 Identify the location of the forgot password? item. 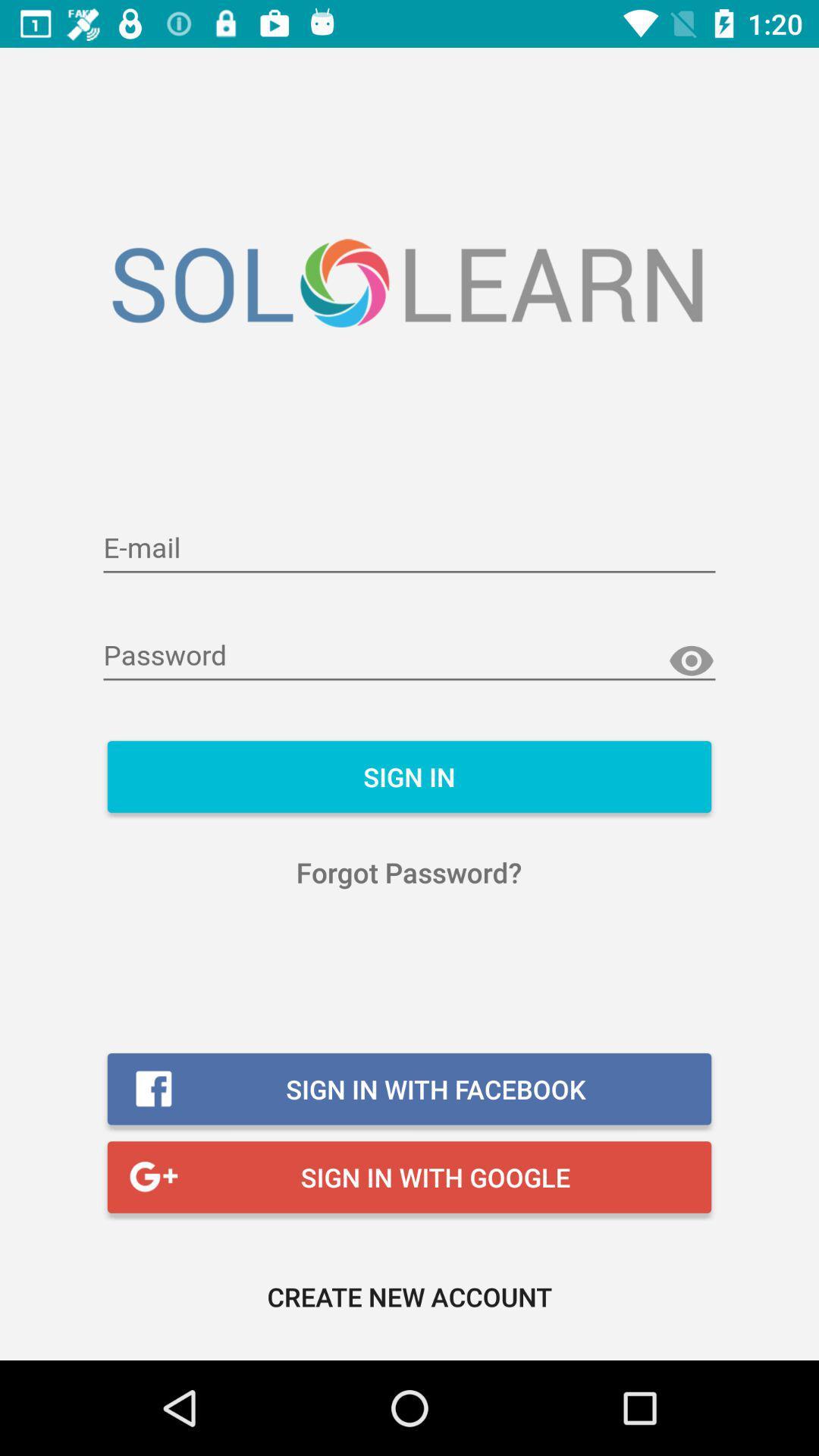
(408, 872).